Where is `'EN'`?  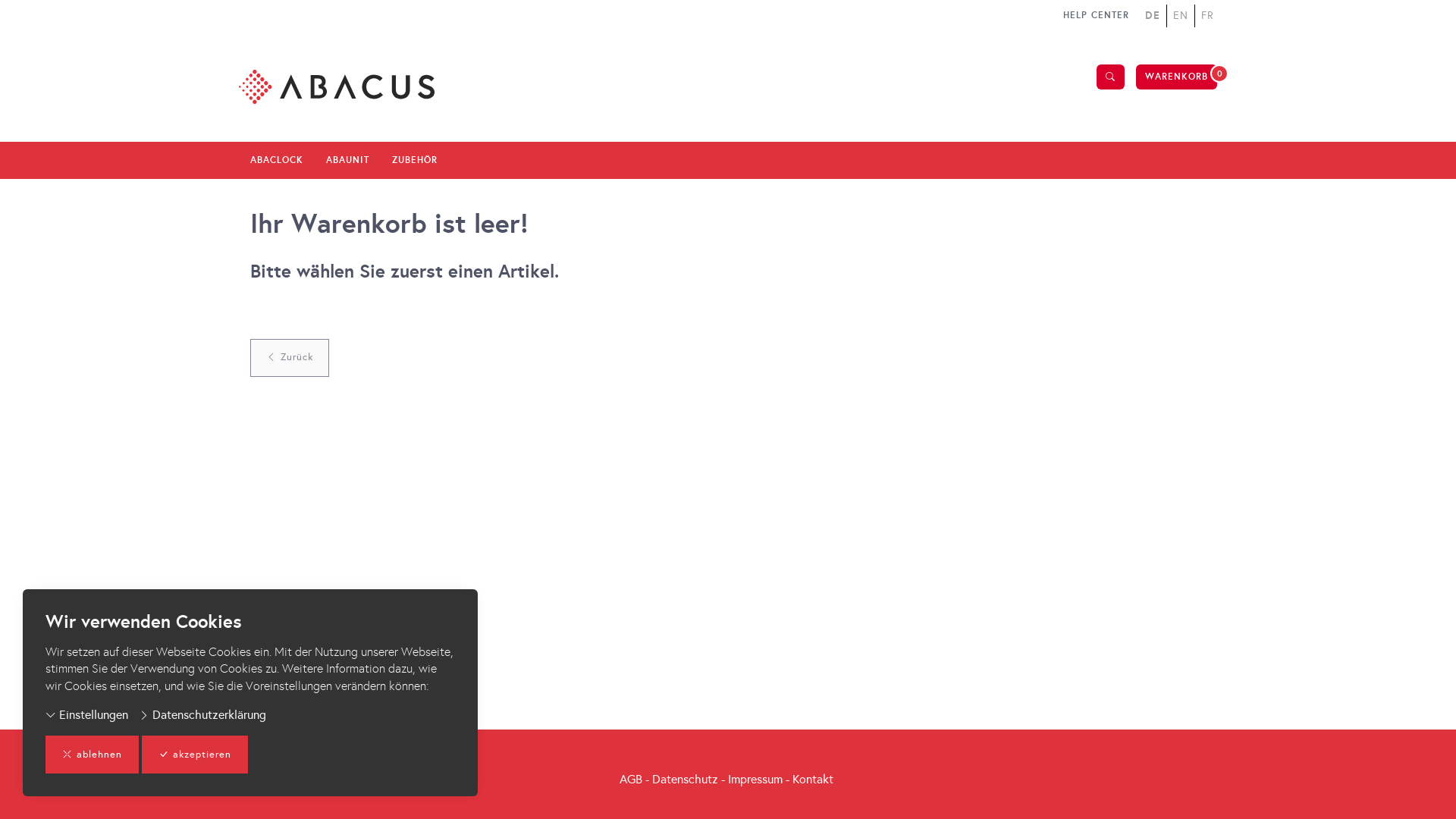 'EN' is located at coordinates (1178, 15).